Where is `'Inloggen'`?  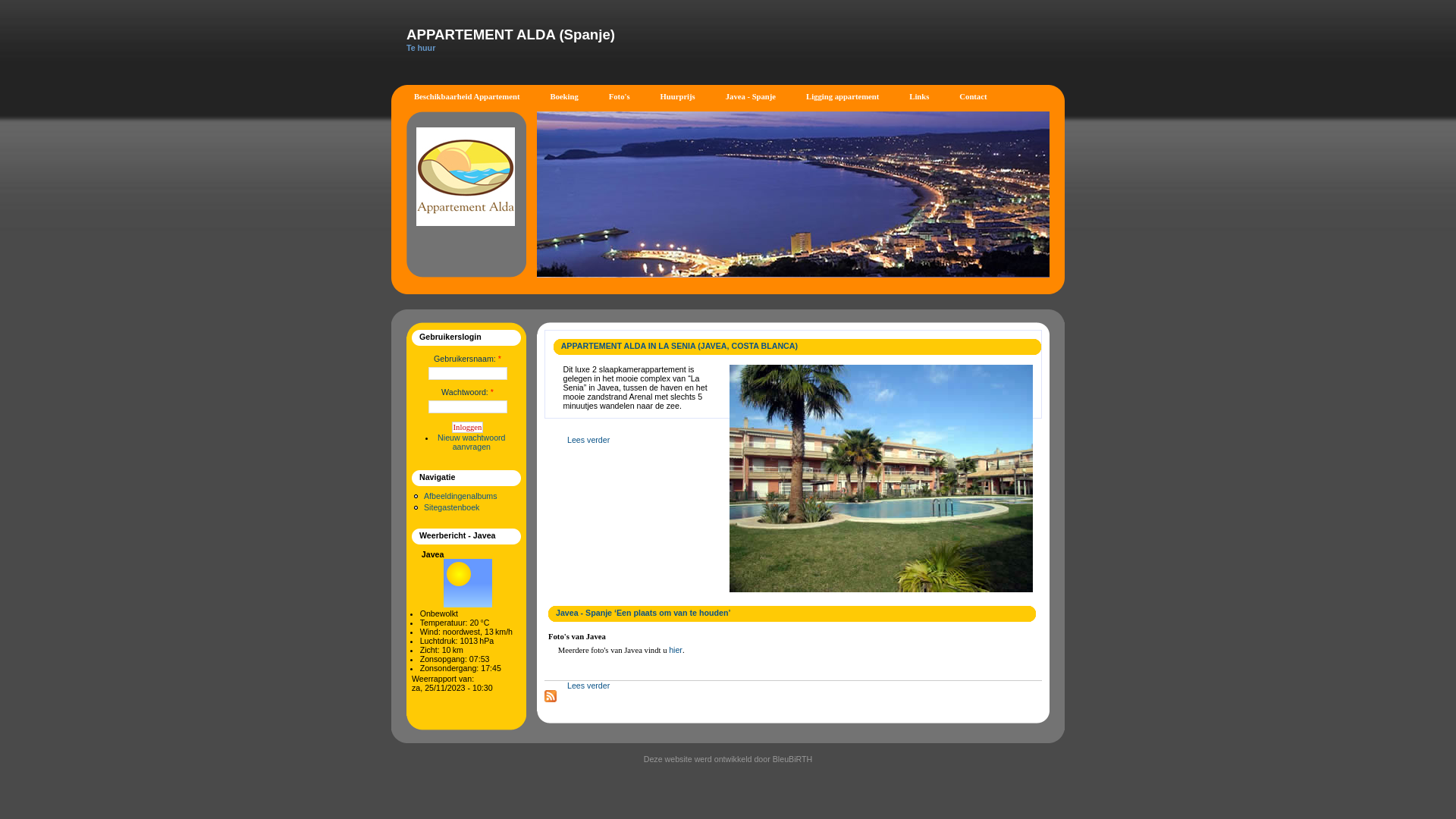 'Inloggen' is located at coordinates (467, 427).